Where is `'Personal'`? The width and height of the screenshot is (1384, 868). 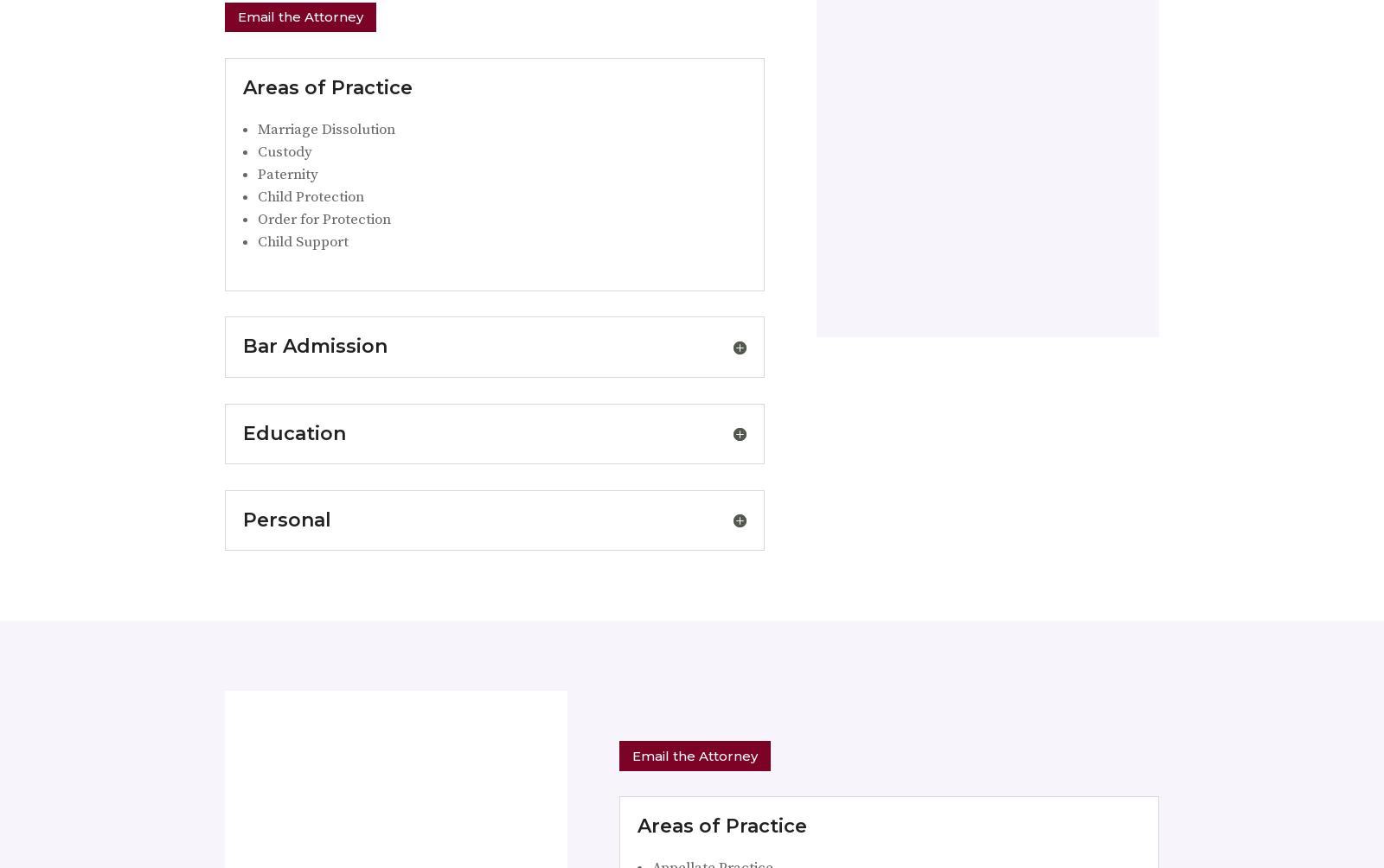 'Personal' is located at coordinates (287, 519).